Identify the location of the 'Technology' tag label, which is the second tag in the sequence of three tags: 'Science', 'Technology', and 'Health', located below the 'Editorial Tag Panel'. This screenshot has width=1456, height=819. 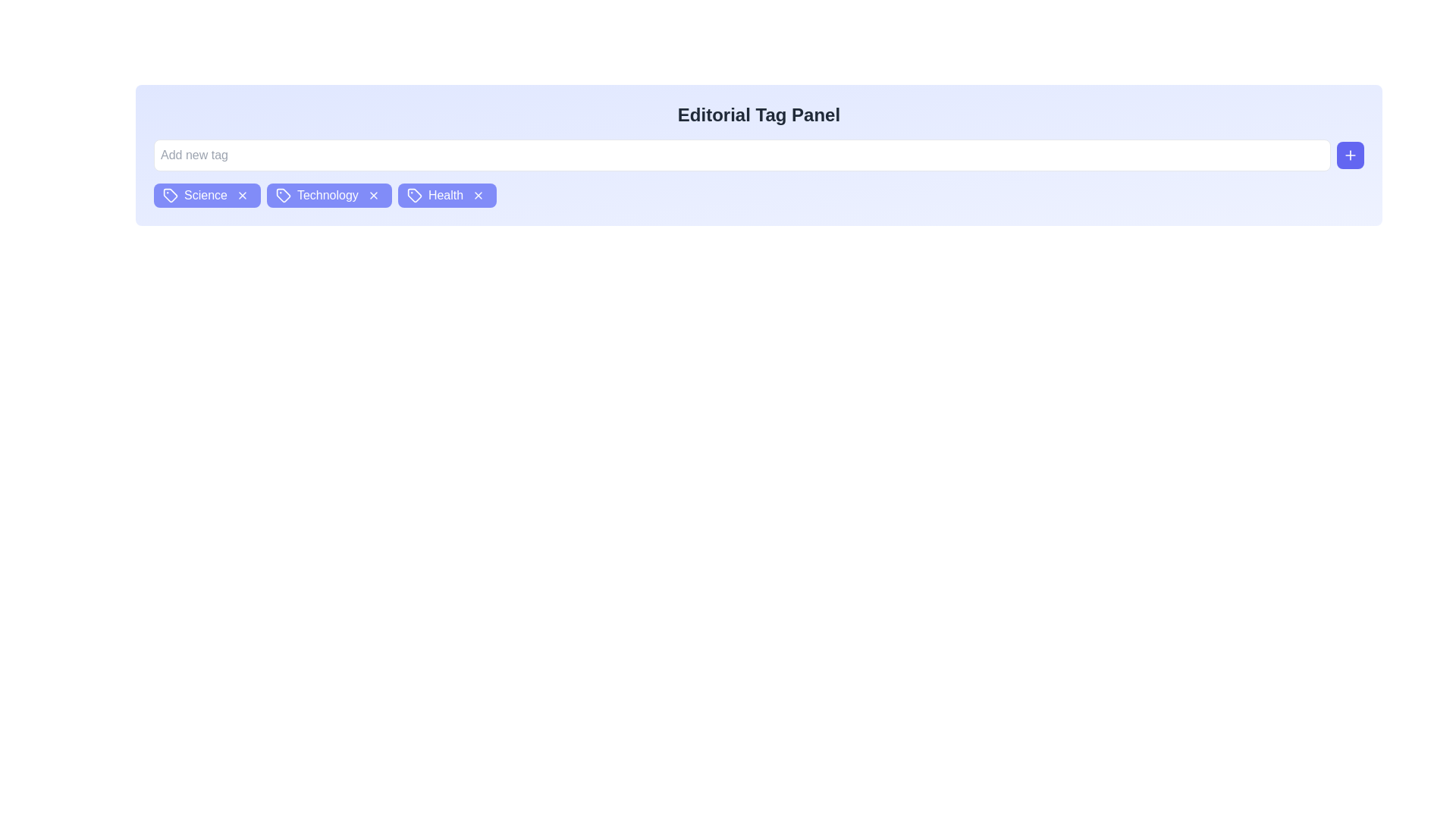
(327, 195).